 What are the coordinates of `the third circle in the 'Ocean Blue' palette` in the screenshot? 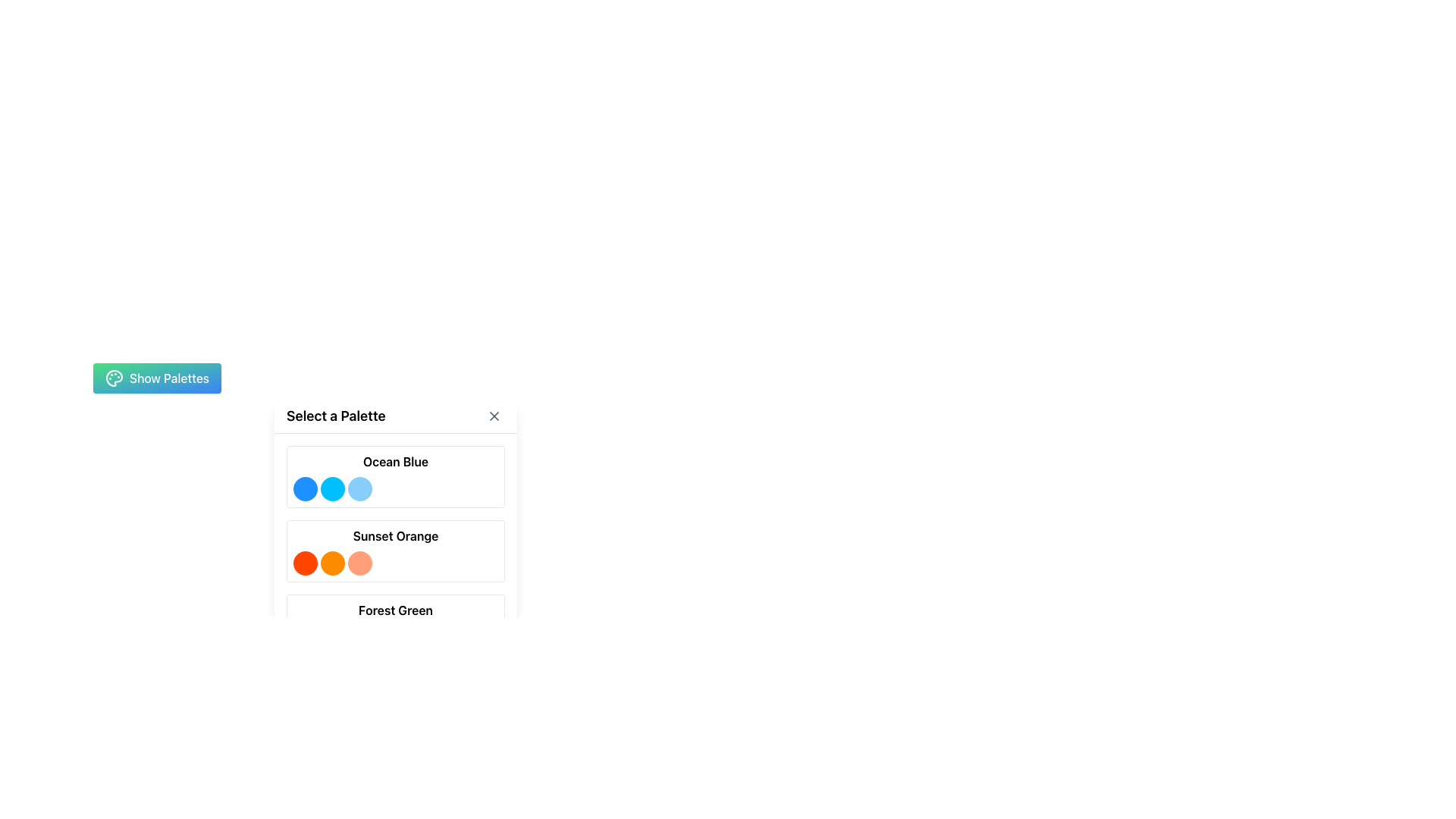 It's located at (359, 488).